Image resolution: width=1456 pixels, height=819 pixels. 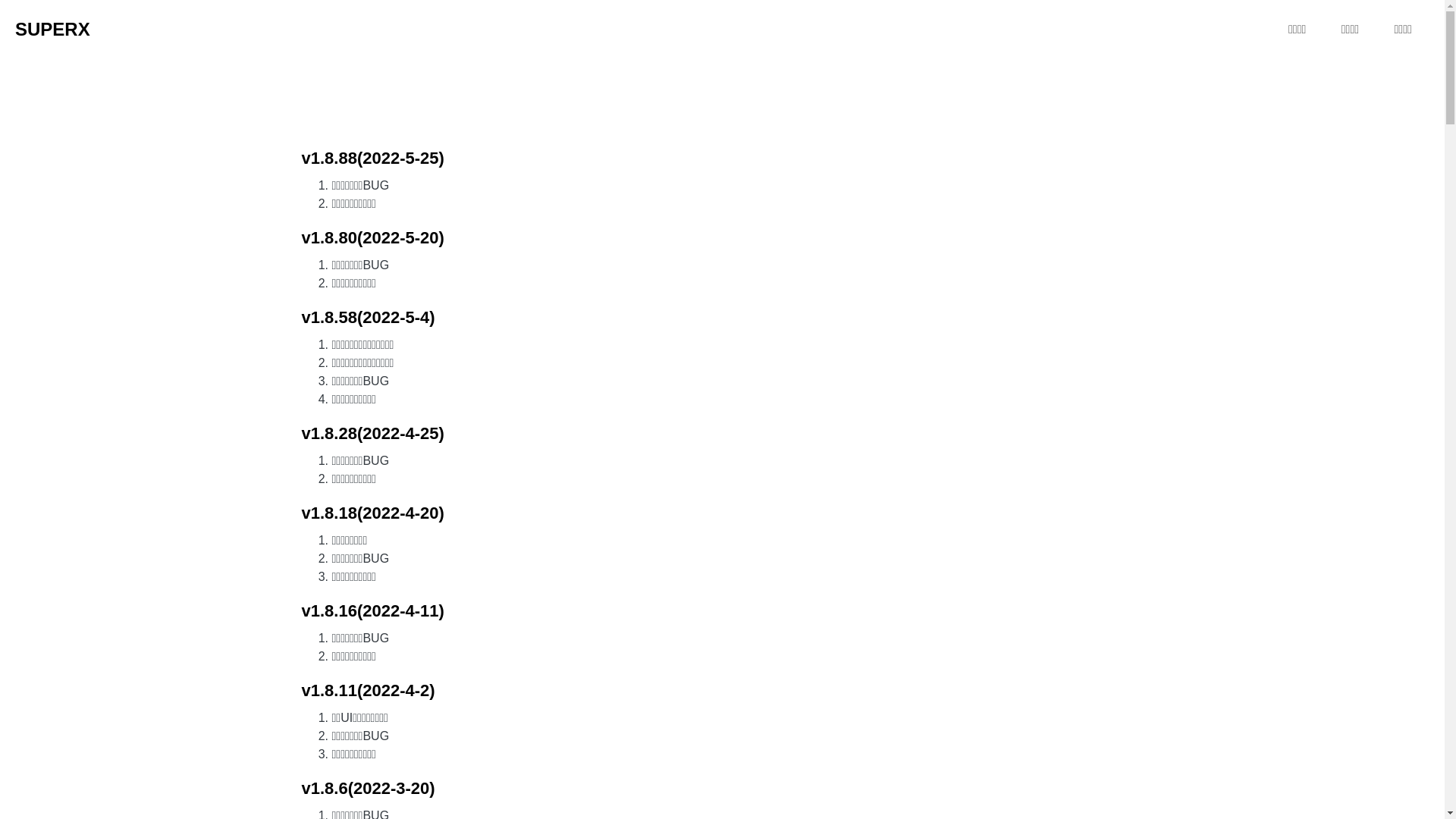 I want to click on 'SUPERX', so click(x=14, y=29).